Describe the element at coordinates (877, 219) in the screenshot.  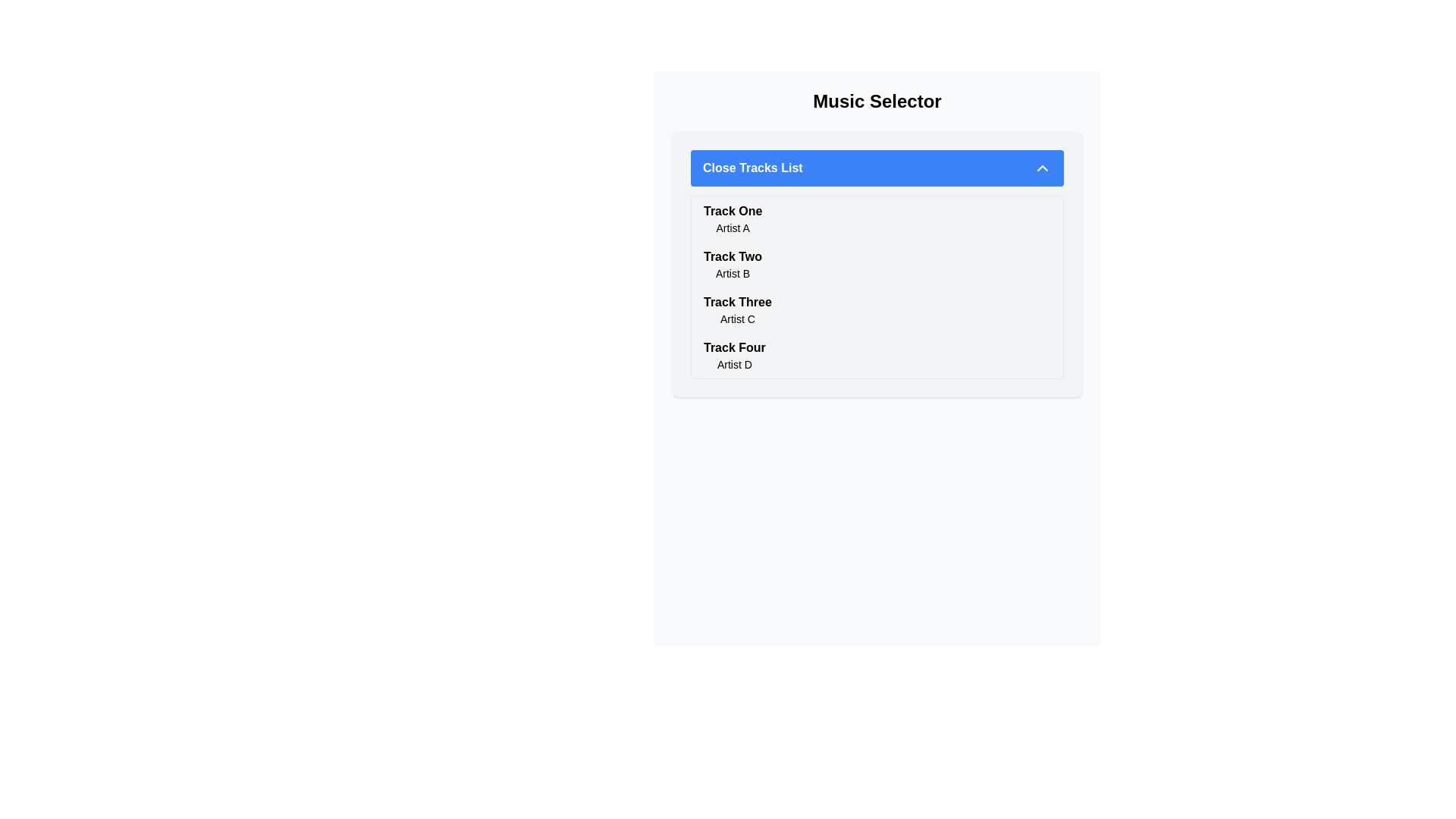
I see `the first List item displaying track information, located directly below the 'Close Tracks List' button` at that location.